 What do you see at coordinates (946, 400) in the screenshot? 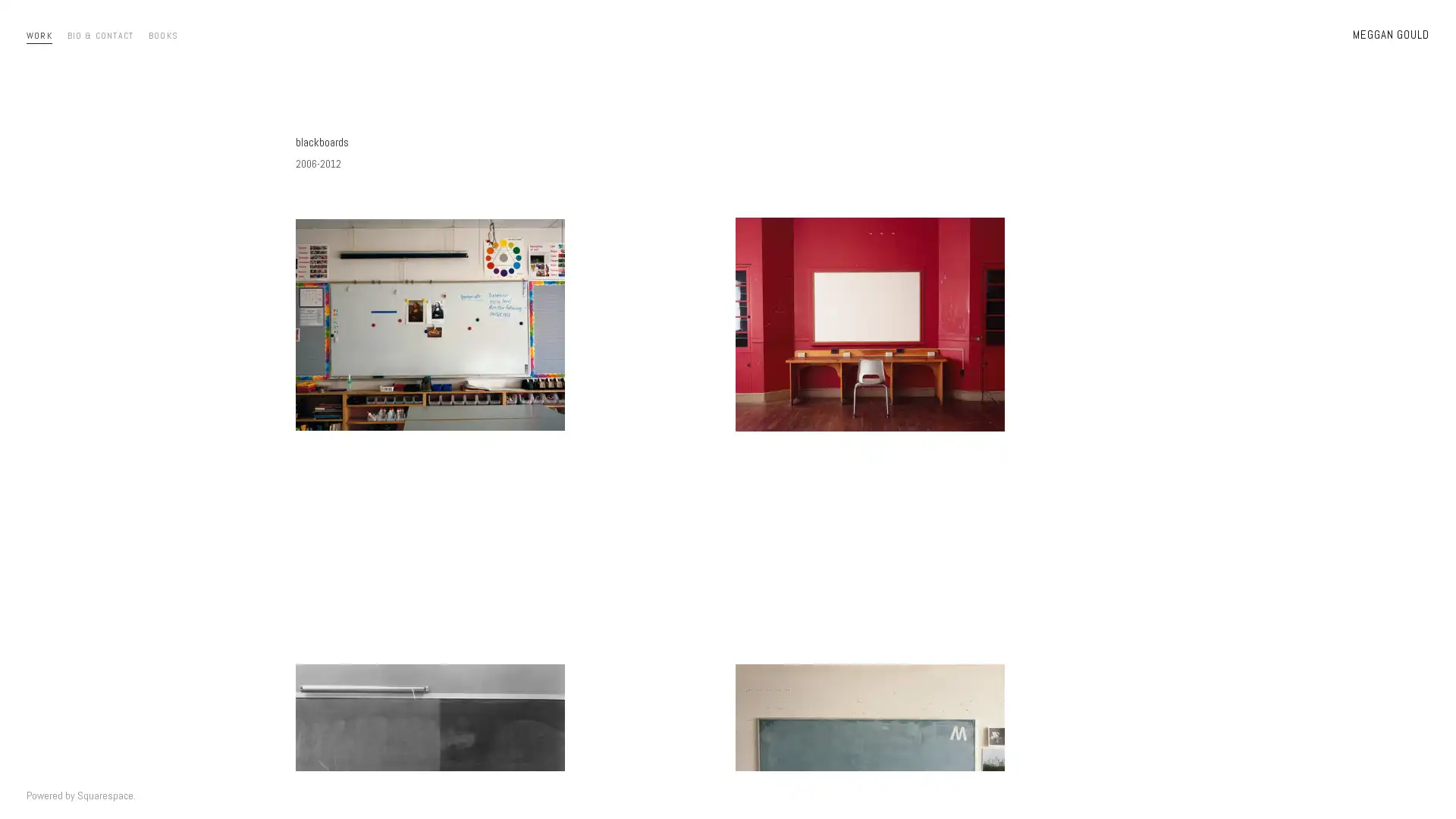
I see `View fullsize bbs-4.jpg` at bounding box center [946, 400].